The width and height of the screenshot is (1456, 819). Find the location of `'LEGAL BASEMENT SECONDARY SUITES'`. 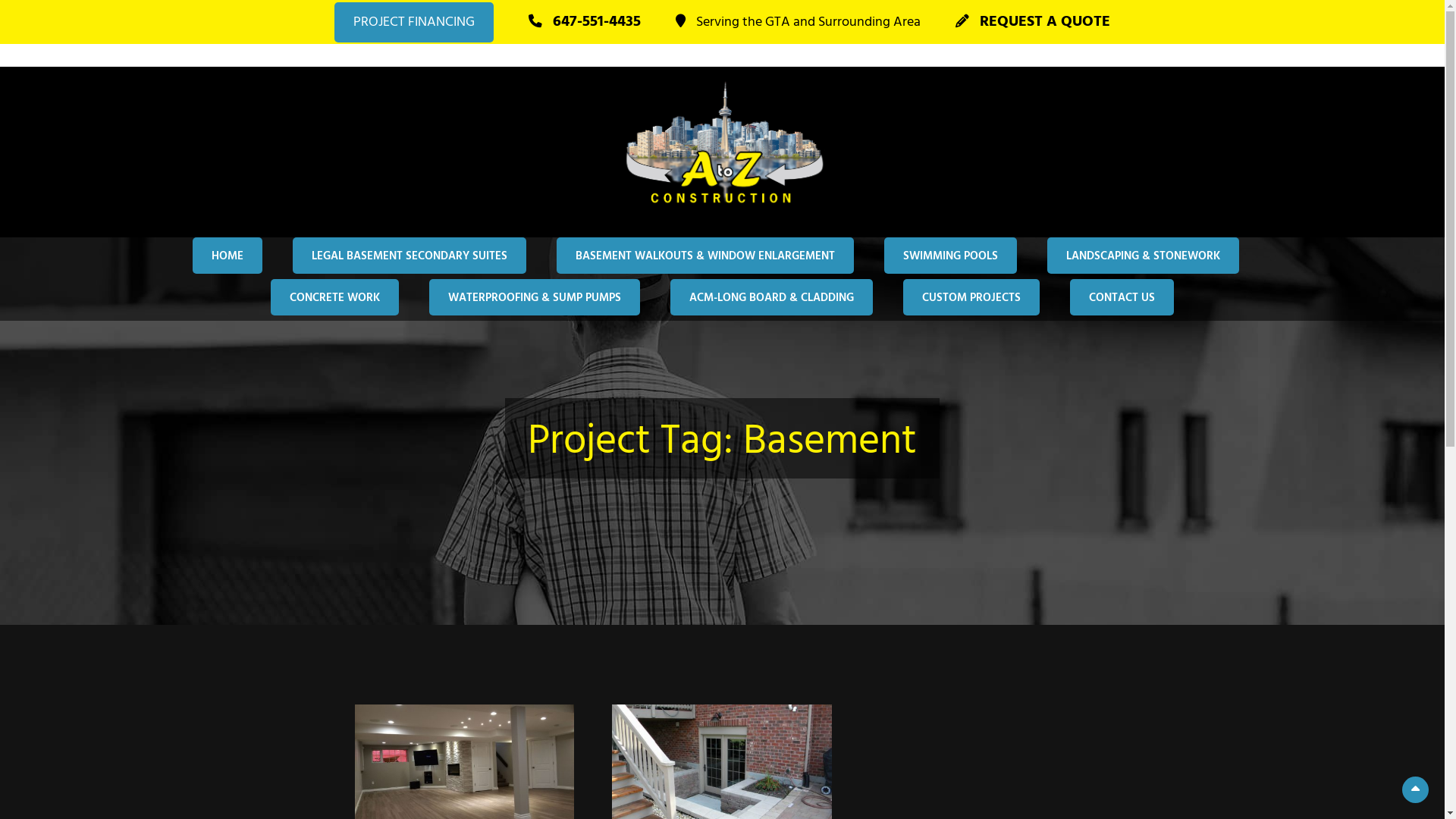

'LEGAL BASEMENT SECONDARY SUITES' is located at coordinates (409, 253).